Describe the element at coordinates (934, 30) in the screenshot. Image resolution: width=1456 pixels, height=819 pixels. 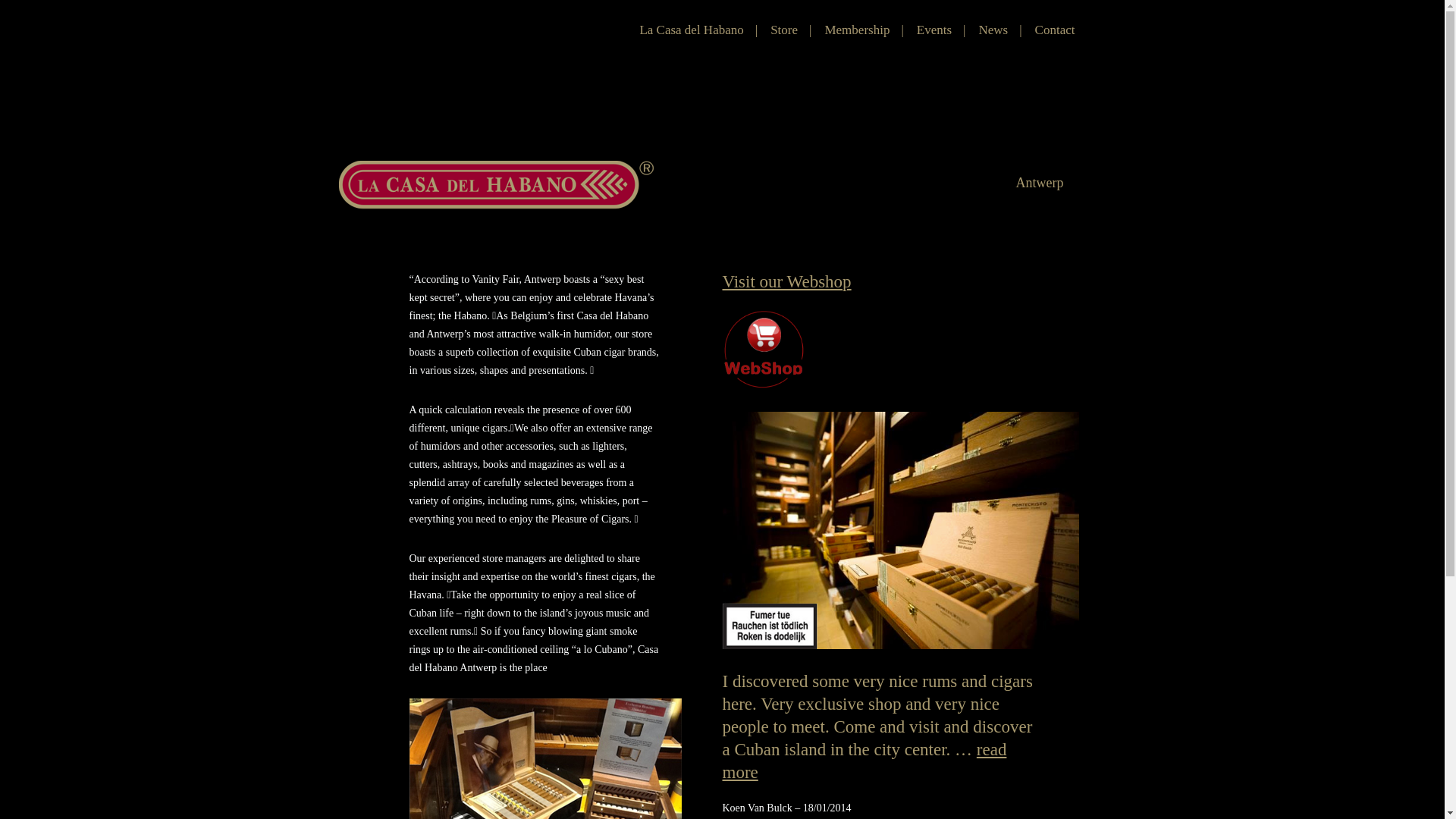
I see `'Events'` at that location.